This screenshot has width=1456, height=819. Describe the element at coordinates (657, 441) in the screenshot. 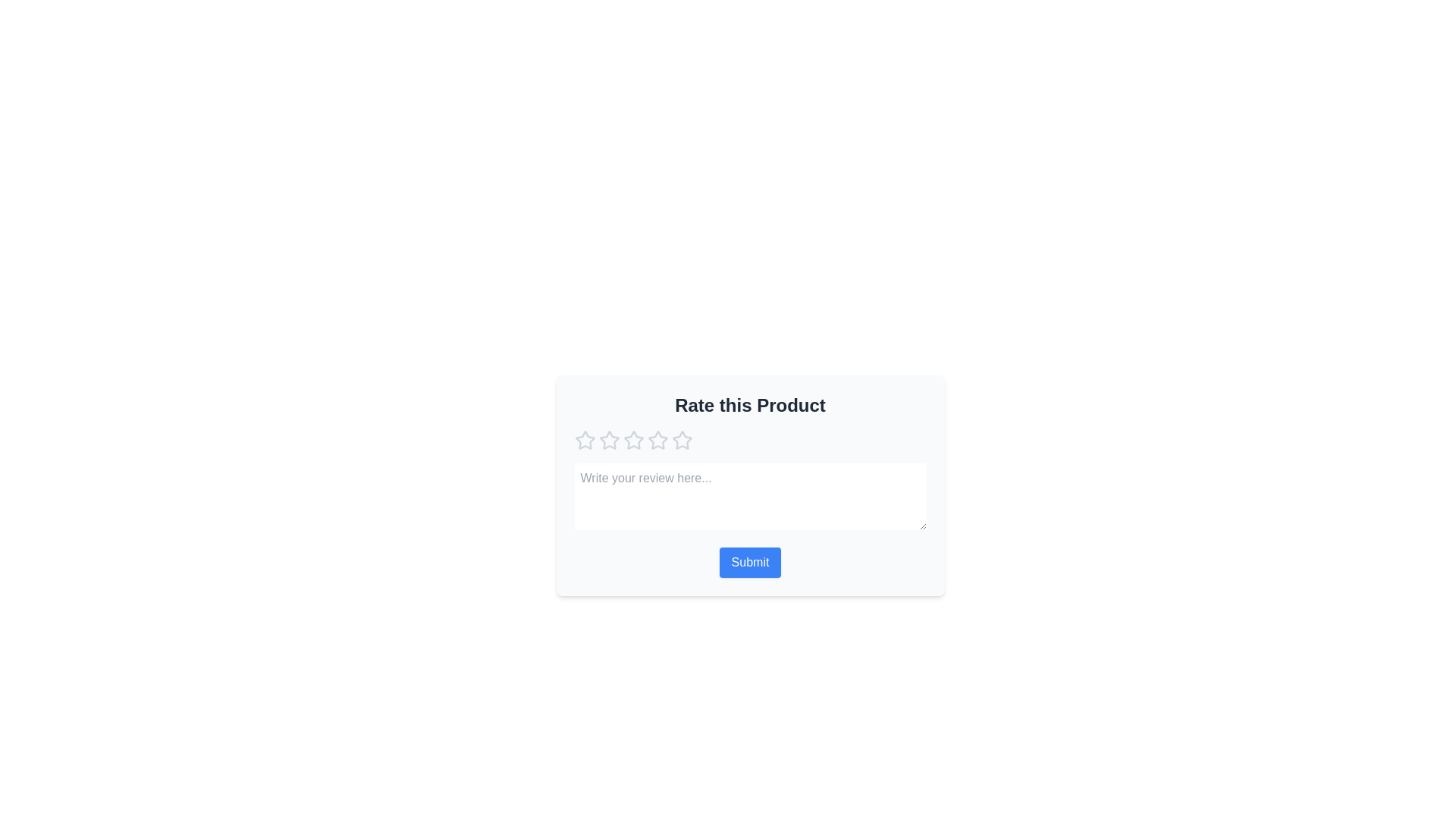

I see `the star corresponding to 4 stars to set the rating` at that location.